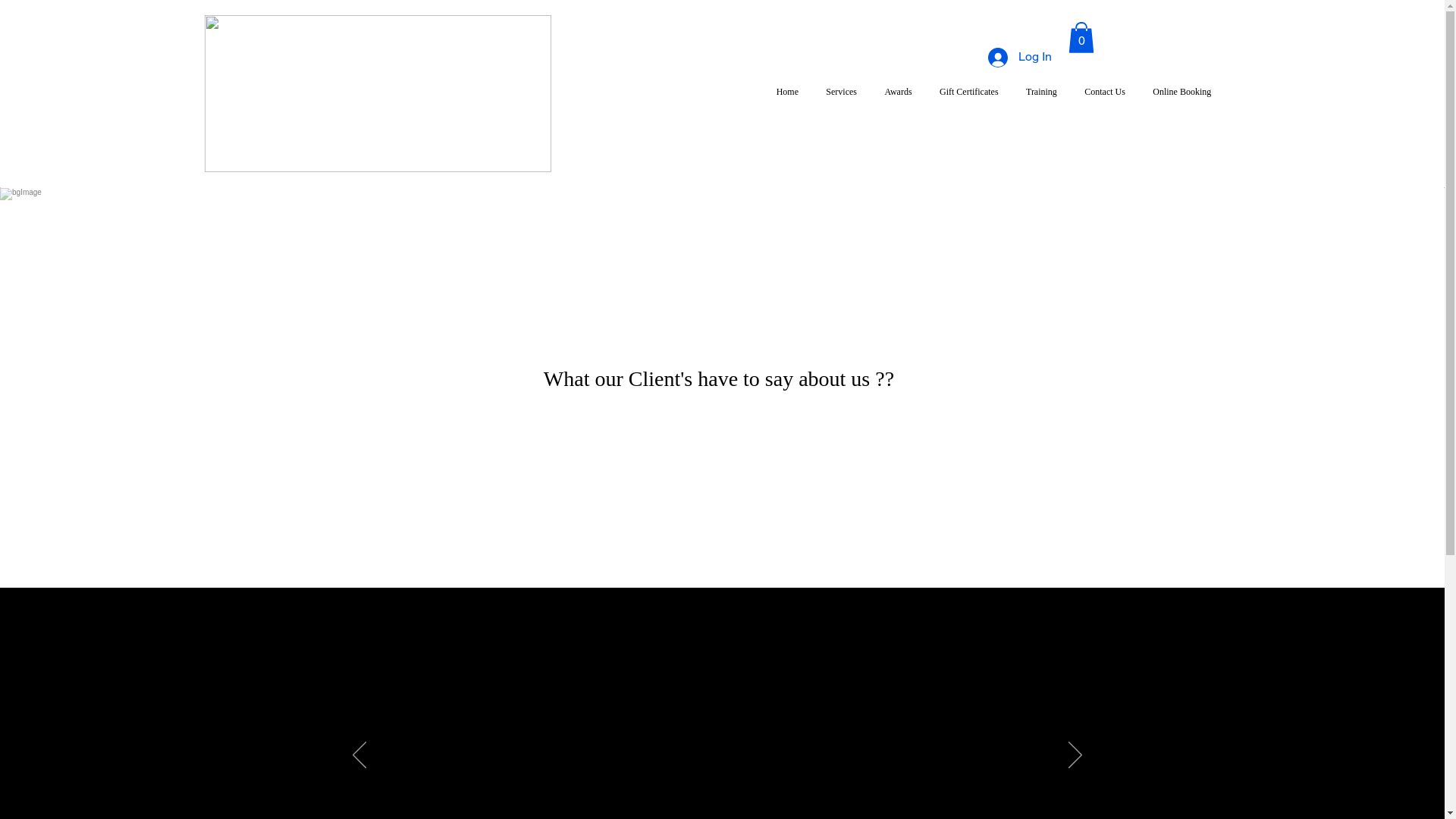 Image resolution: width=1456 pixels, height=819 pixels. I want to click on 'Awards', so click(898, 91).